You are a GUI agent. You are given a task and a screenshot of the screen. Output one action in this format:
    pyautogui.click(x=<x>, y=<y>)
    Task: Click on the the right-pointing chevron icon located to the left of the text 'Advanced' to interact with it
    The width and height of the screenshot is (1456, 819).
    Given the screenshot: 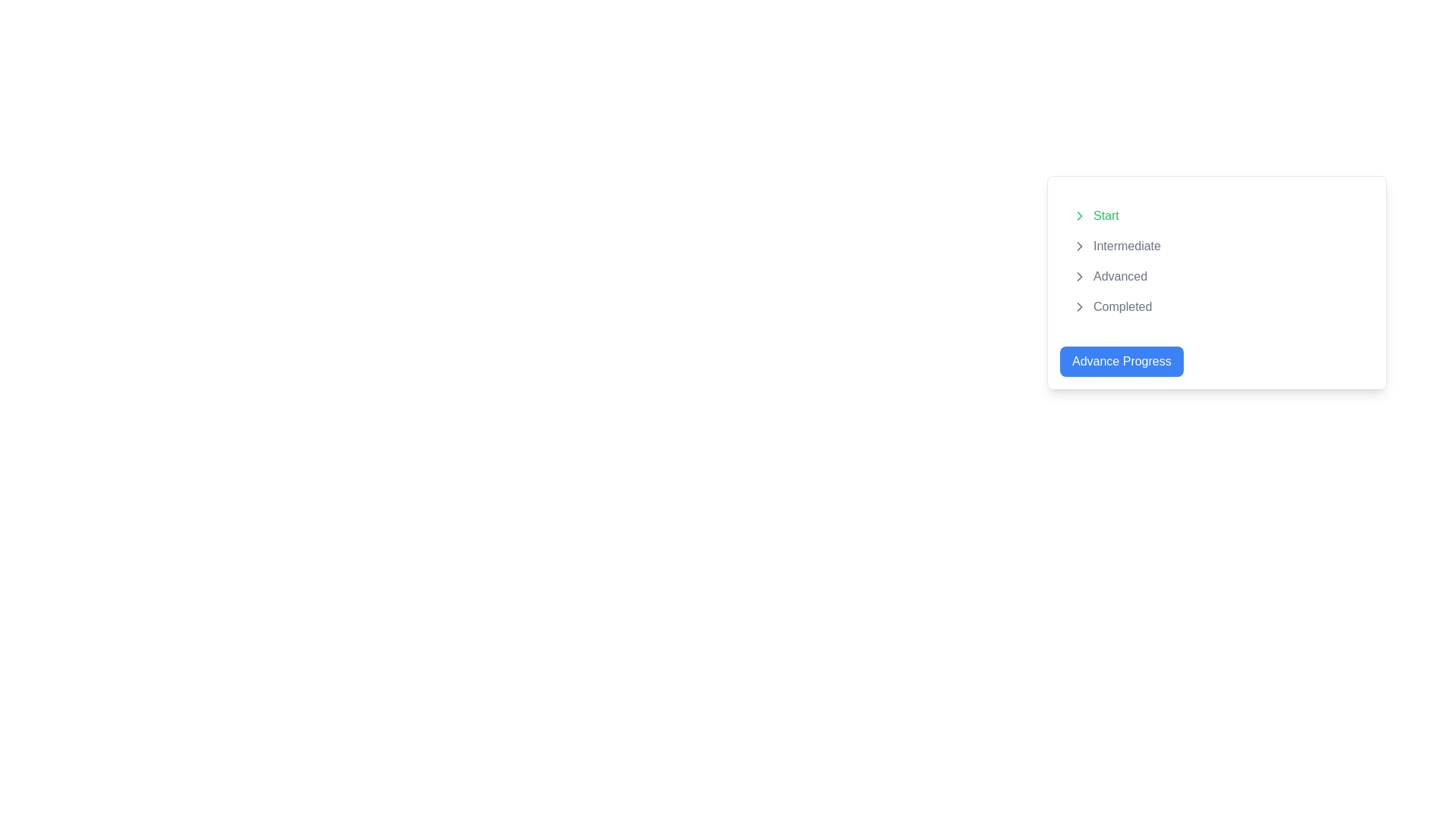 What is the action you would take?
    pyautogui.click(x=1079, y=277)
    